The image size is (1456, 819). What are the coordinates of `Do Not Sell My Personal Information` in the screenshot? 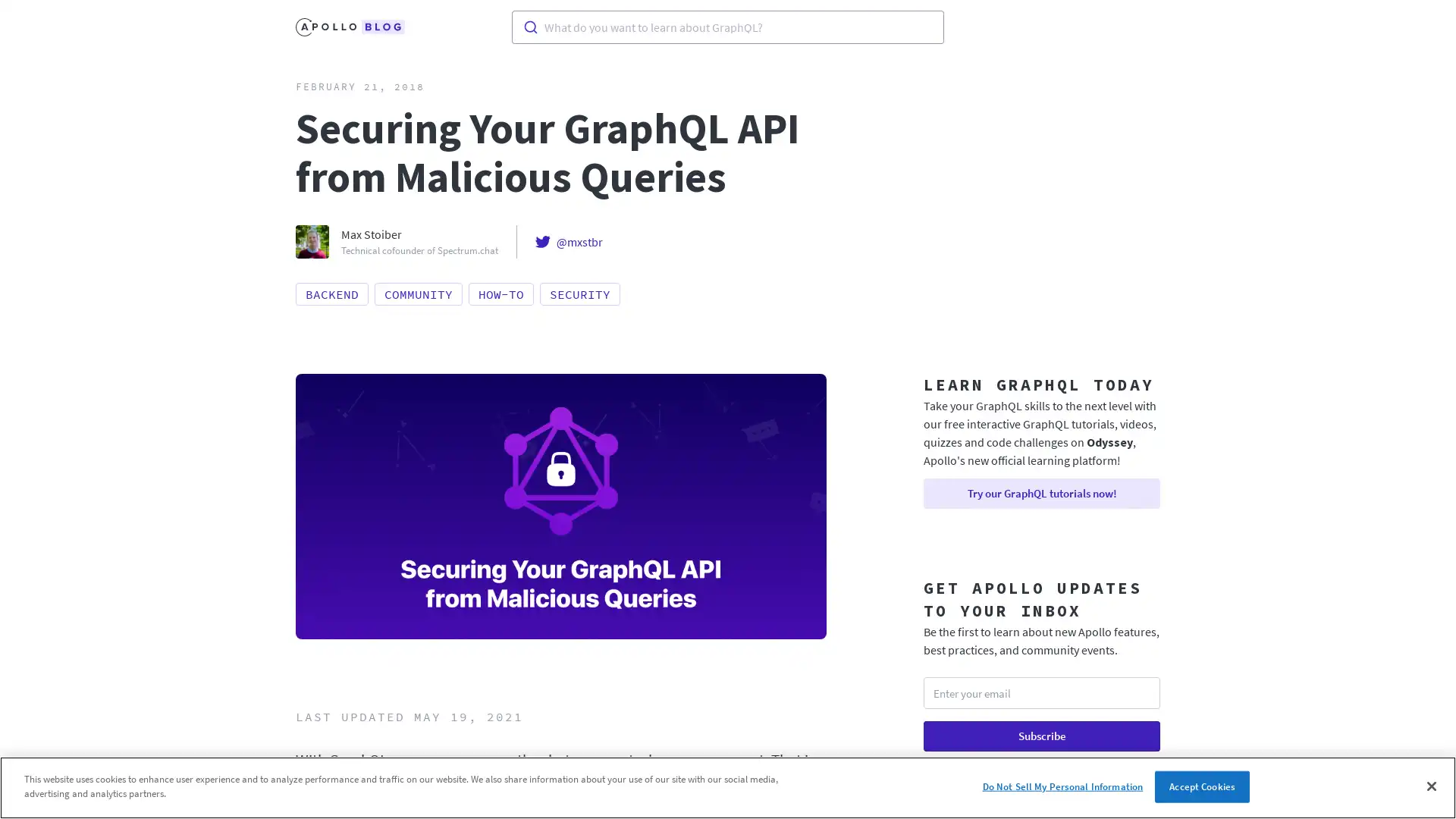 It's located at (1062, 786).